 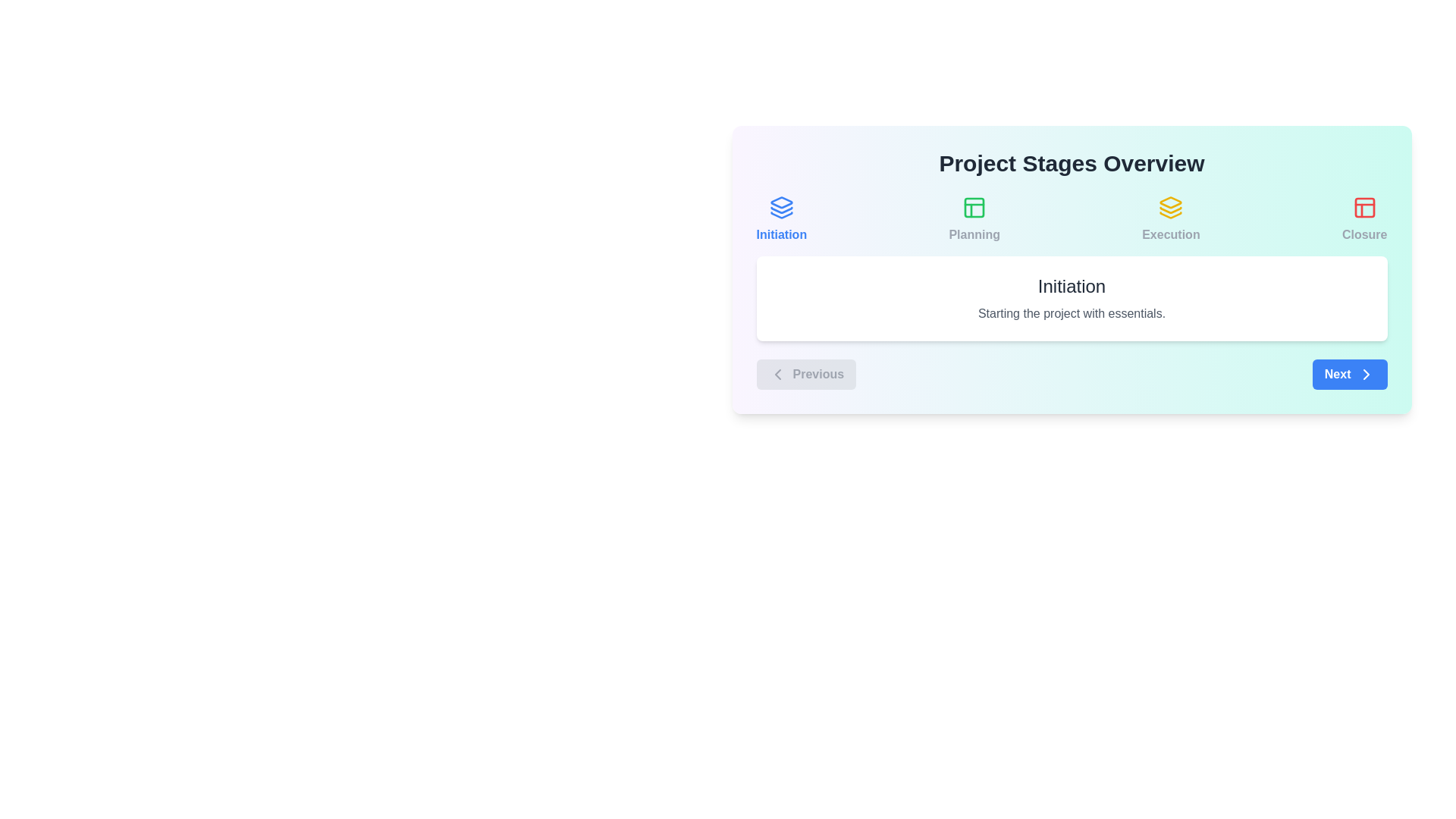 What do you see at coordinates (777, 374) in the screenshot?
I see `the left-pointing chevron icon located inside the 'Previous' button at the bottom-left of the card interface` at bounding box center [777, 374].